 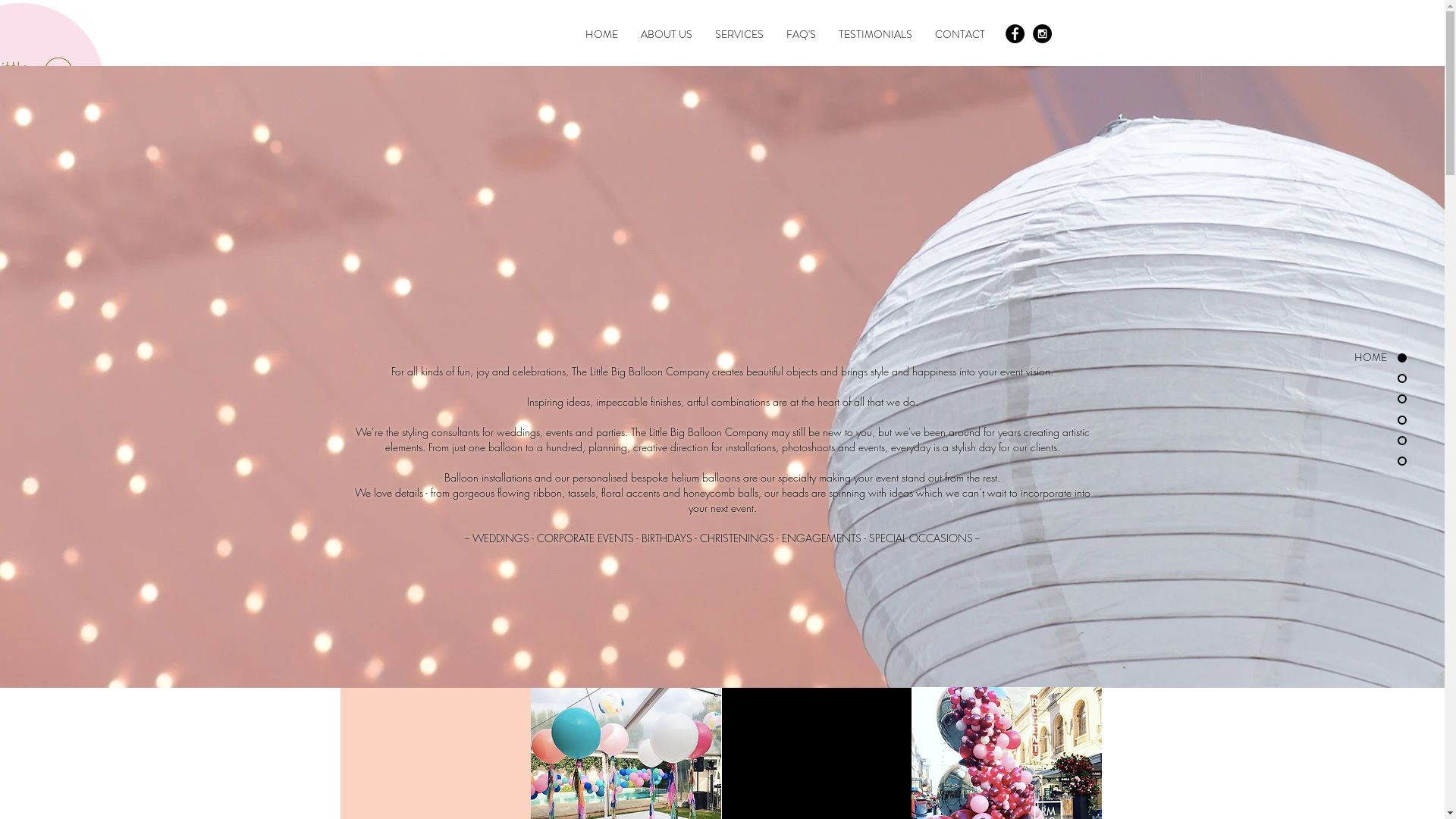 I want to click on 'SERVICES', so click(x=739, y=34).